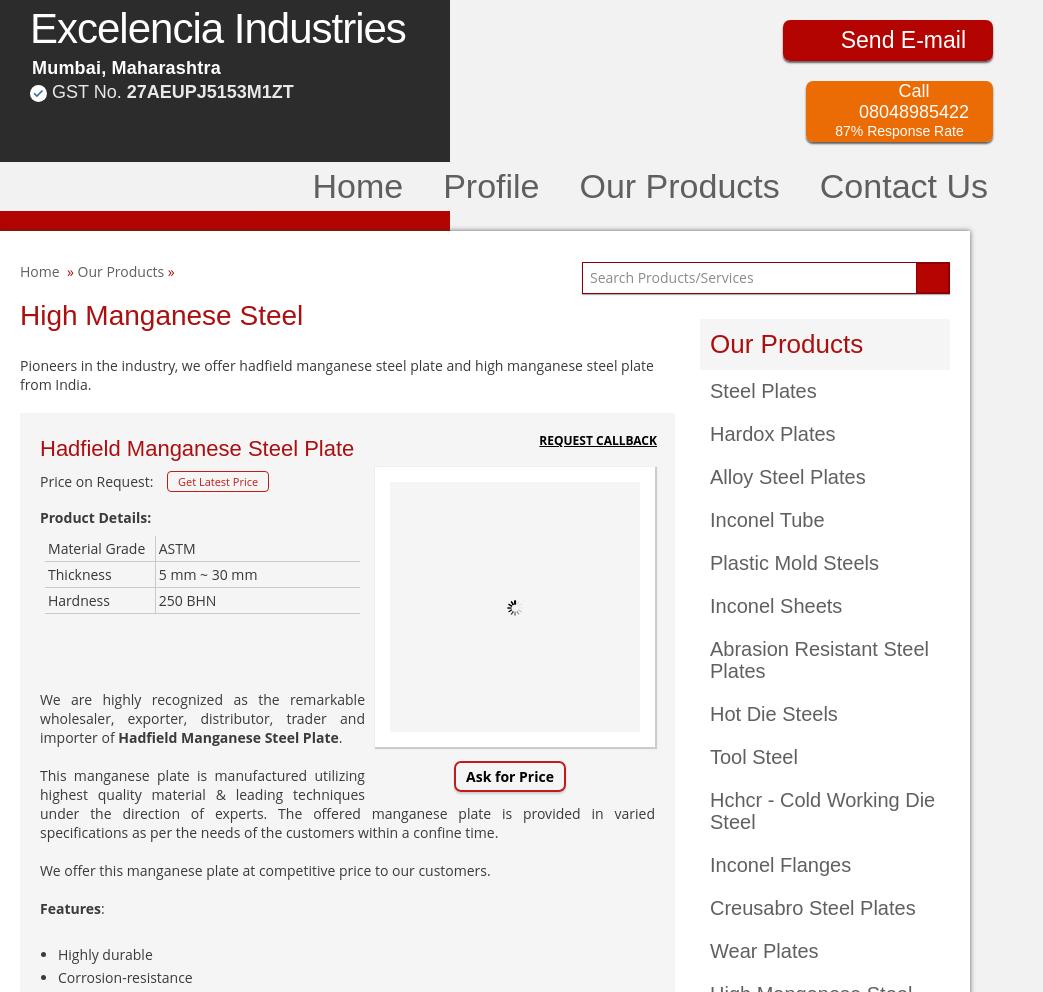 Image resolution: width=1043 pixels, height=992 pixels. I want to click on 'Wear Plates', so click(762, 950).